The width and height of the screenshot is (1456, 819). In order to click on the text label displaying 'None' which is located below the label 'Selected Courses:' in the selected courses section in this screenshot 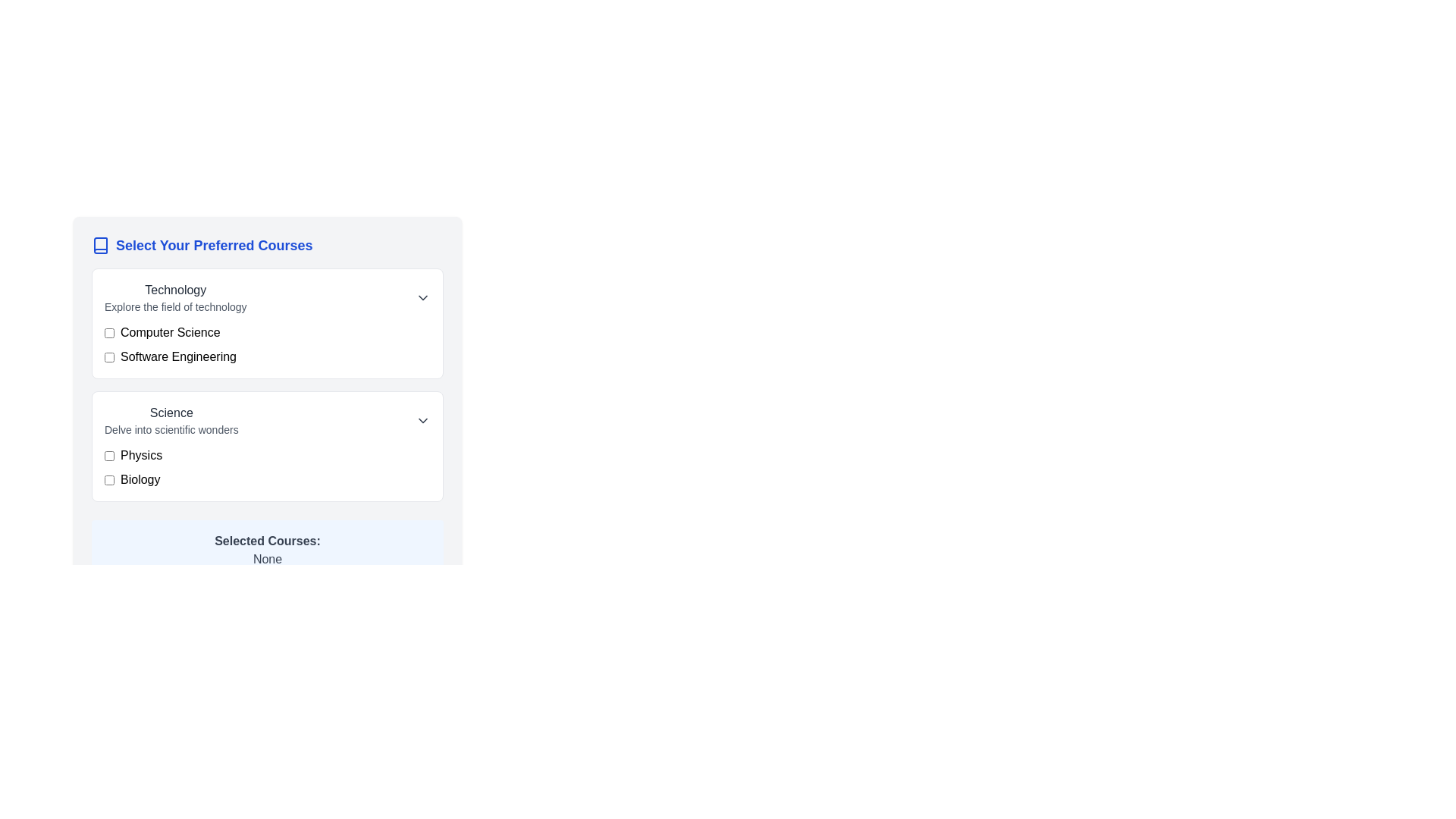, I will do `click(268, 559)`.